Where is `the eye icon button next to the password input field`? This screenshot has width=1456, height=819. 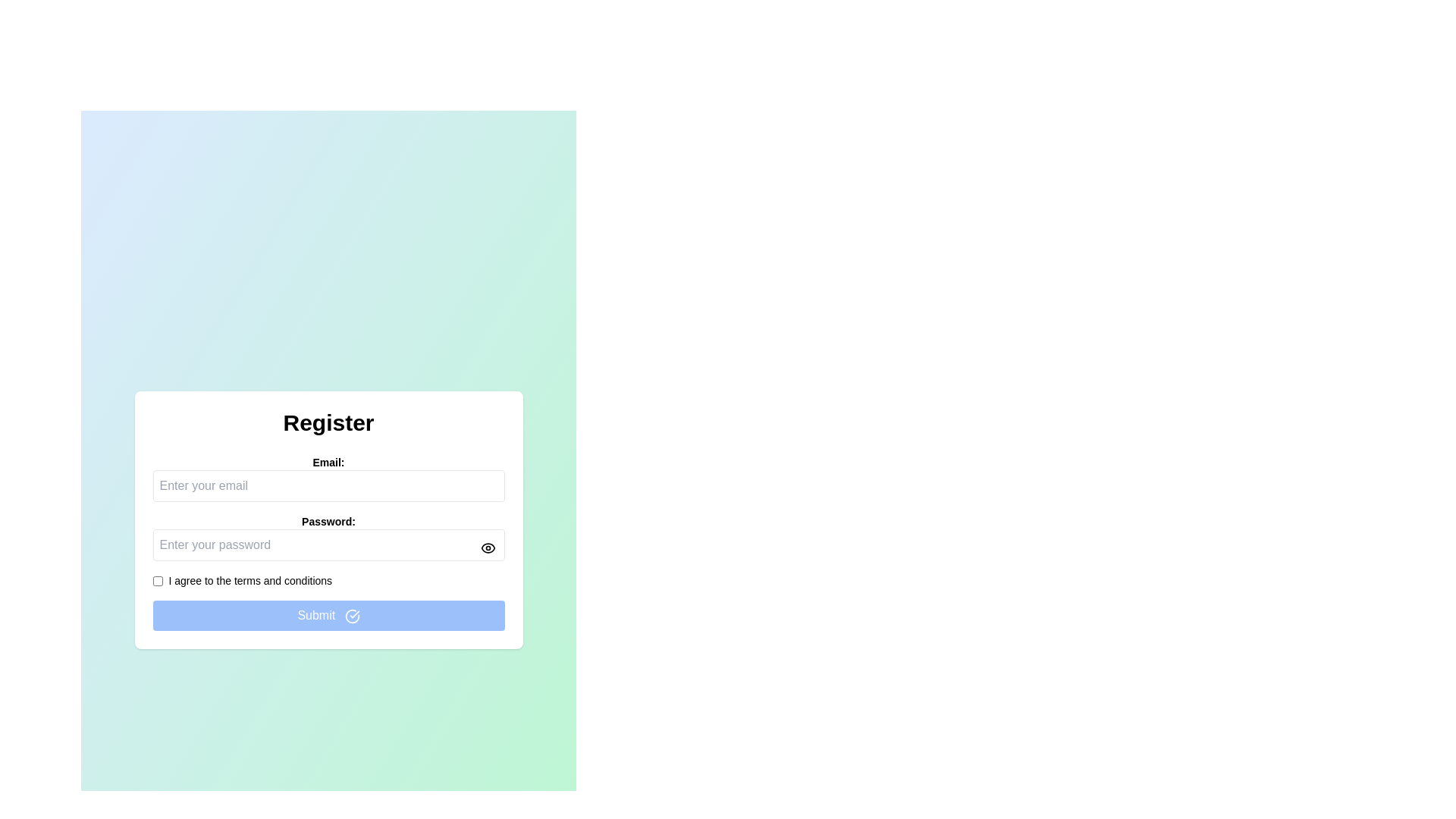
the eye icon button next to the password input field is located at coordinates (488, 548).